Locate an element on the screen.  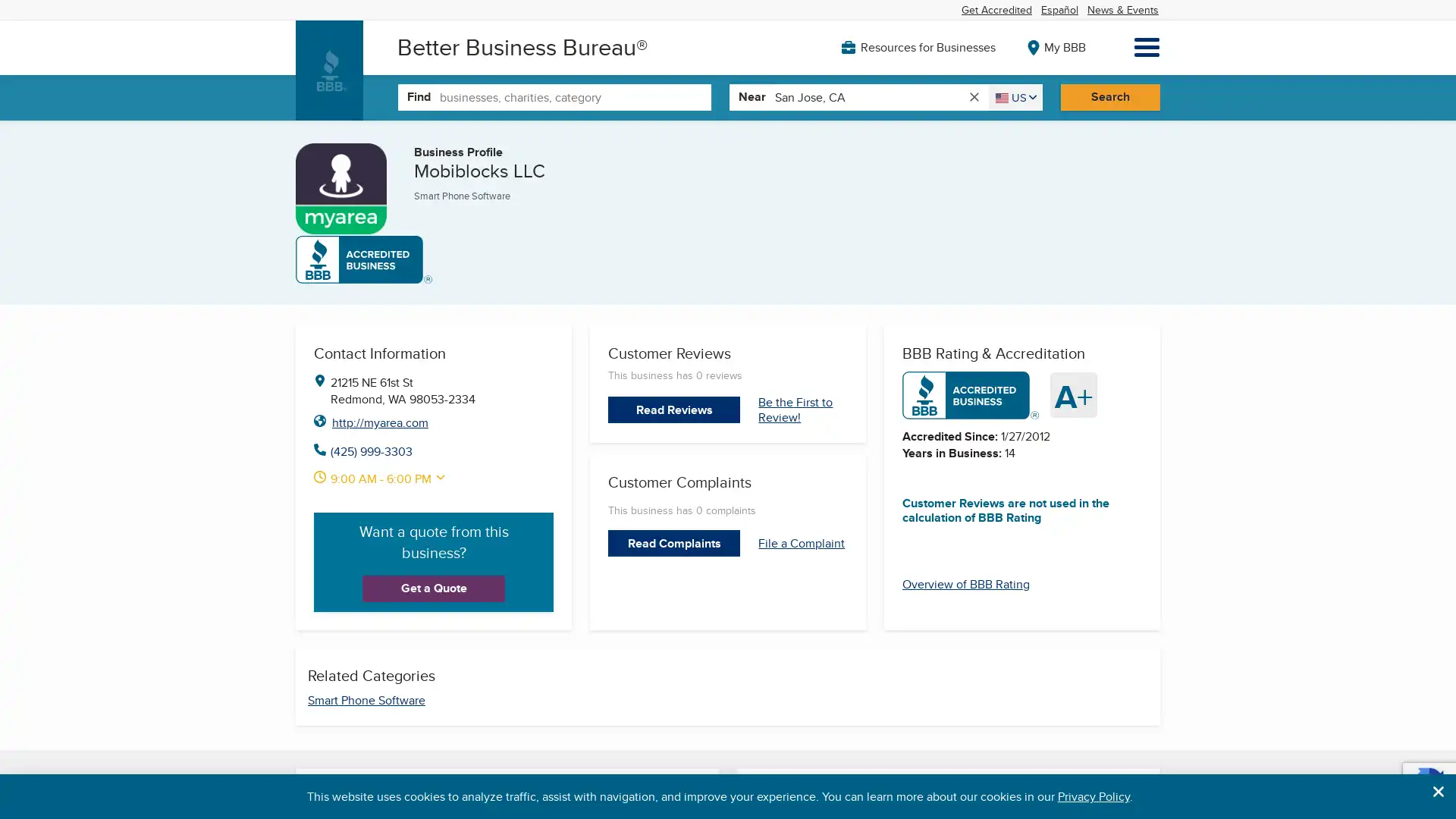
My BBB is located at coordinates (1051, 45).